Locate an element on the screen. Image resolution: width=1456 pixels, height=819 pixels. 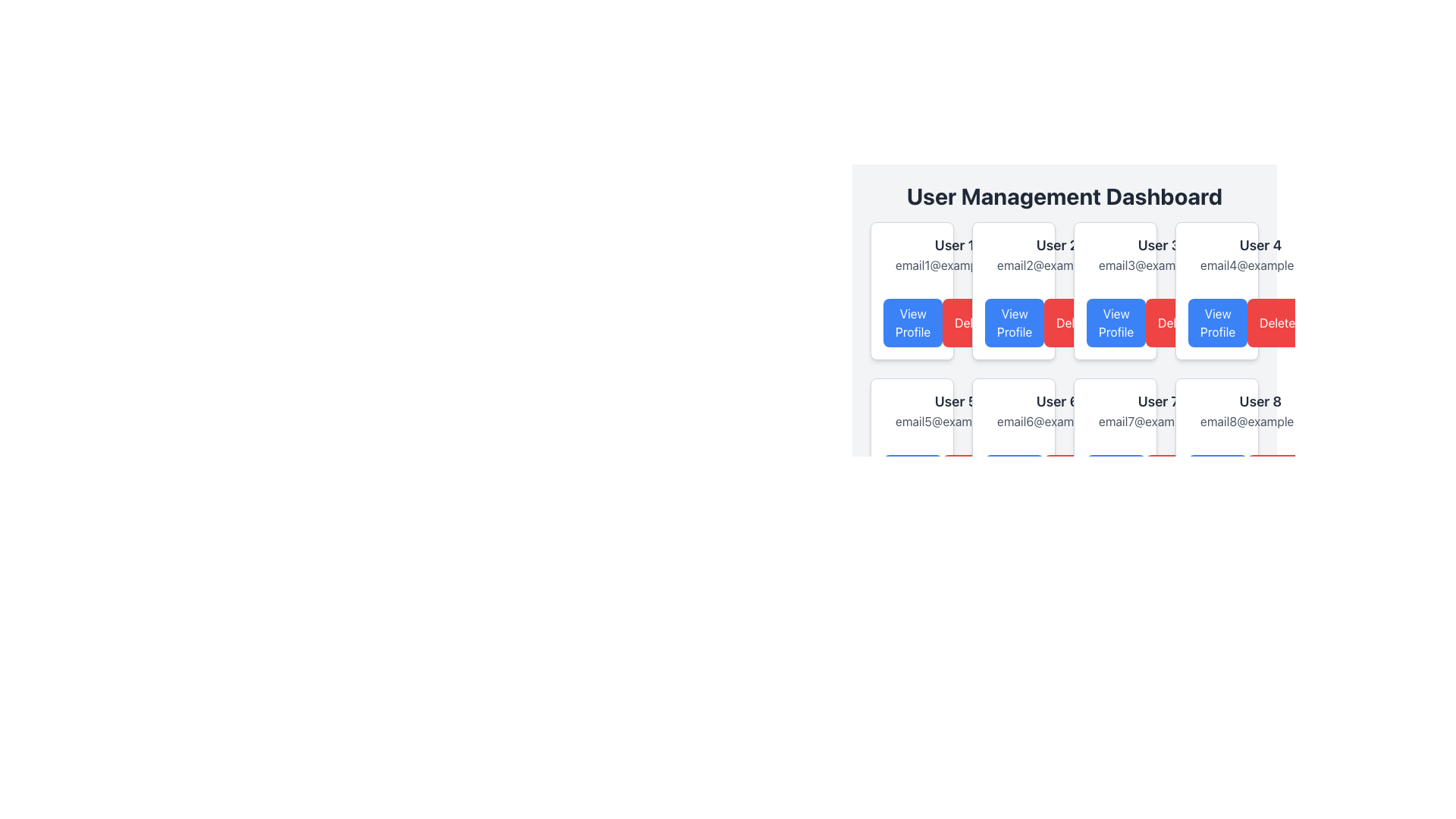
the button located in the bottom-right section of the card labeled 'User 3' is located at coordinates (1115, 322).